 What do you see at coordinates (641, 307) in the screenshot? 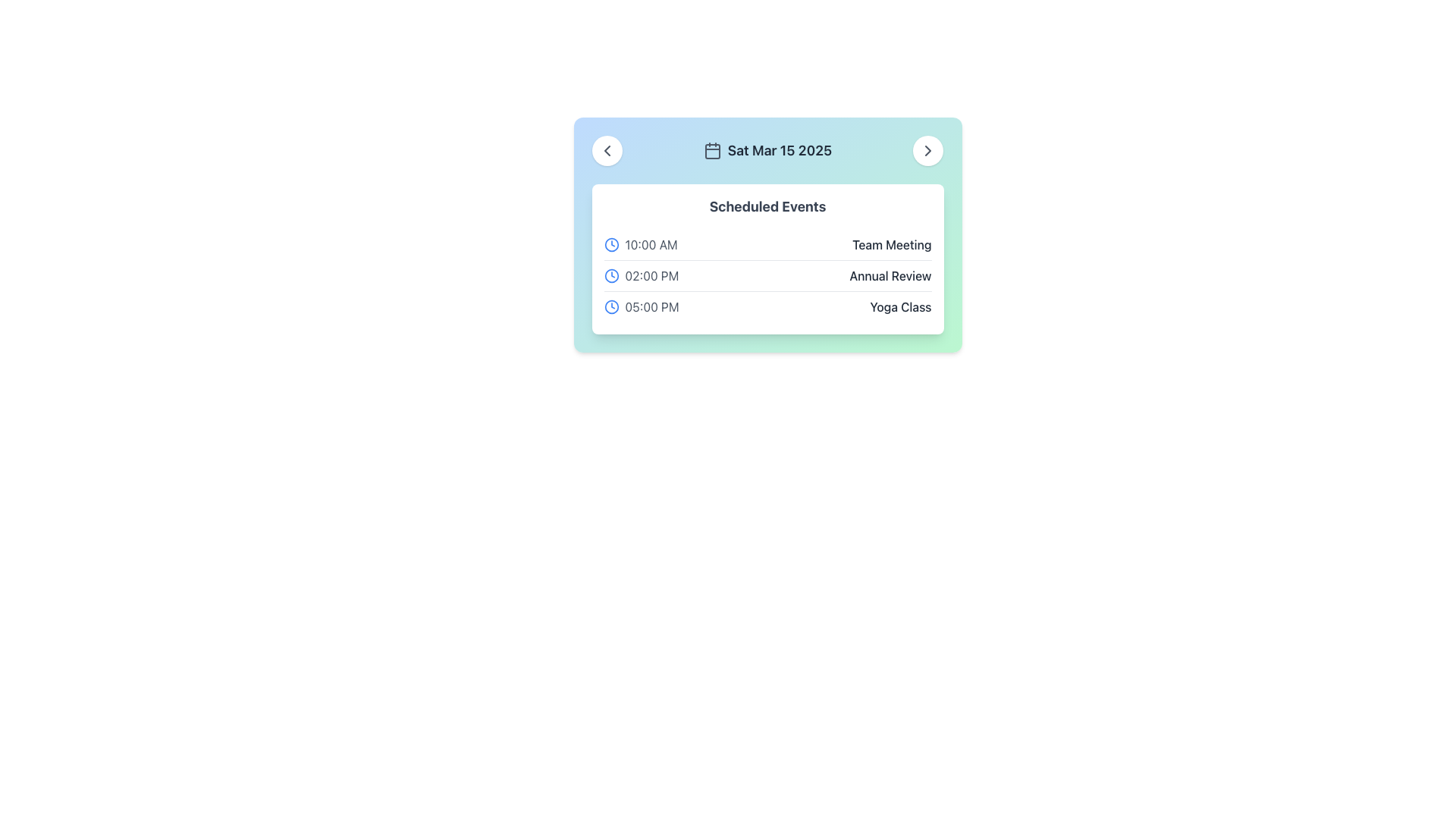
I see `the Text Label that denotes the time of the scheduled 'Yoga Class' event` at bounding box center [641, 307].